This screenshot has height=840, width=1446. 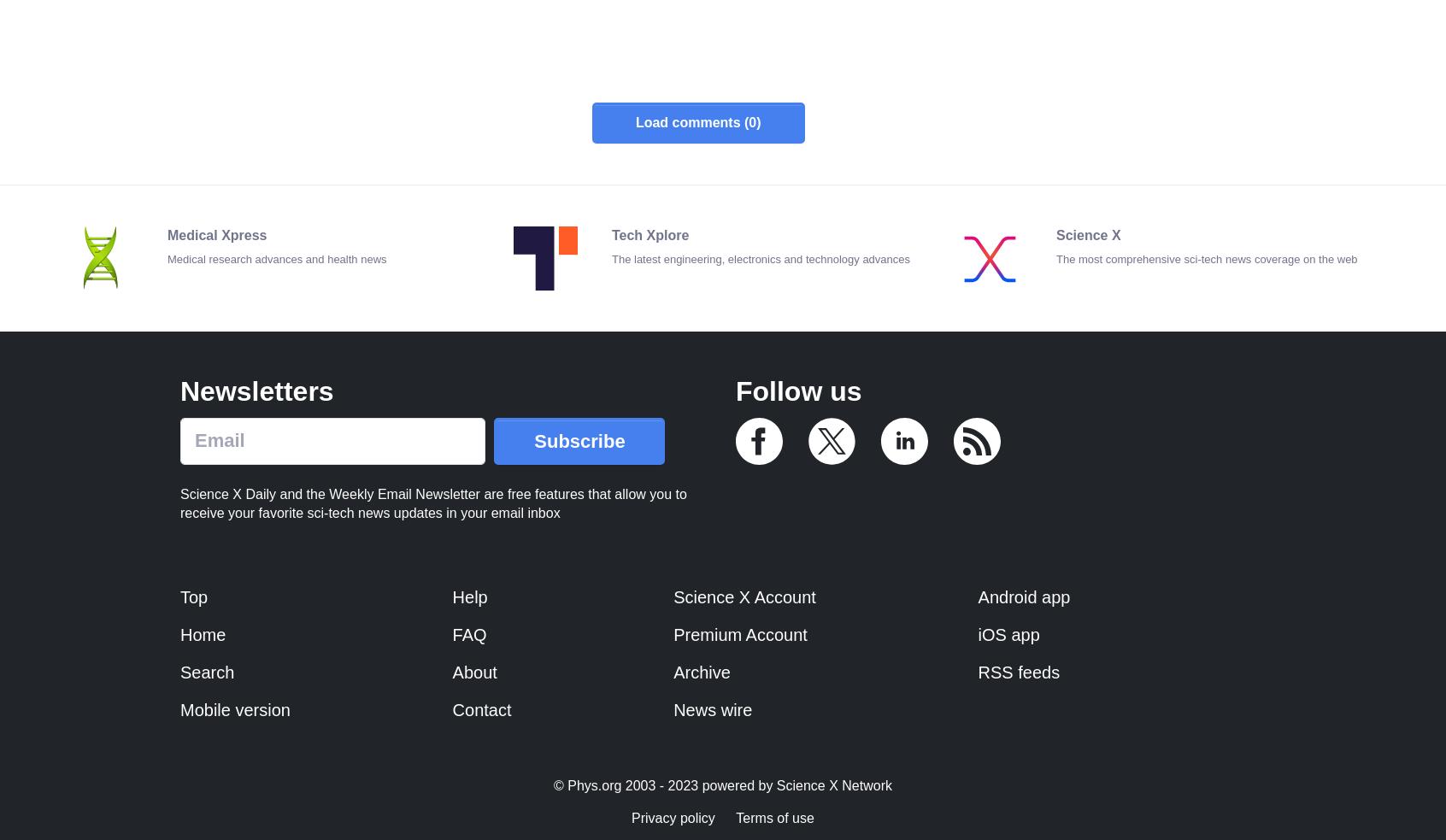 What do you see at coordinates (432, 503) in the screenshot?
I see `'Science X Daily and the Weekly Email Newsletter are free features that allow you to receive your favorite sci-tech news updates in your email inbox'` at bounding box center [432, 503].